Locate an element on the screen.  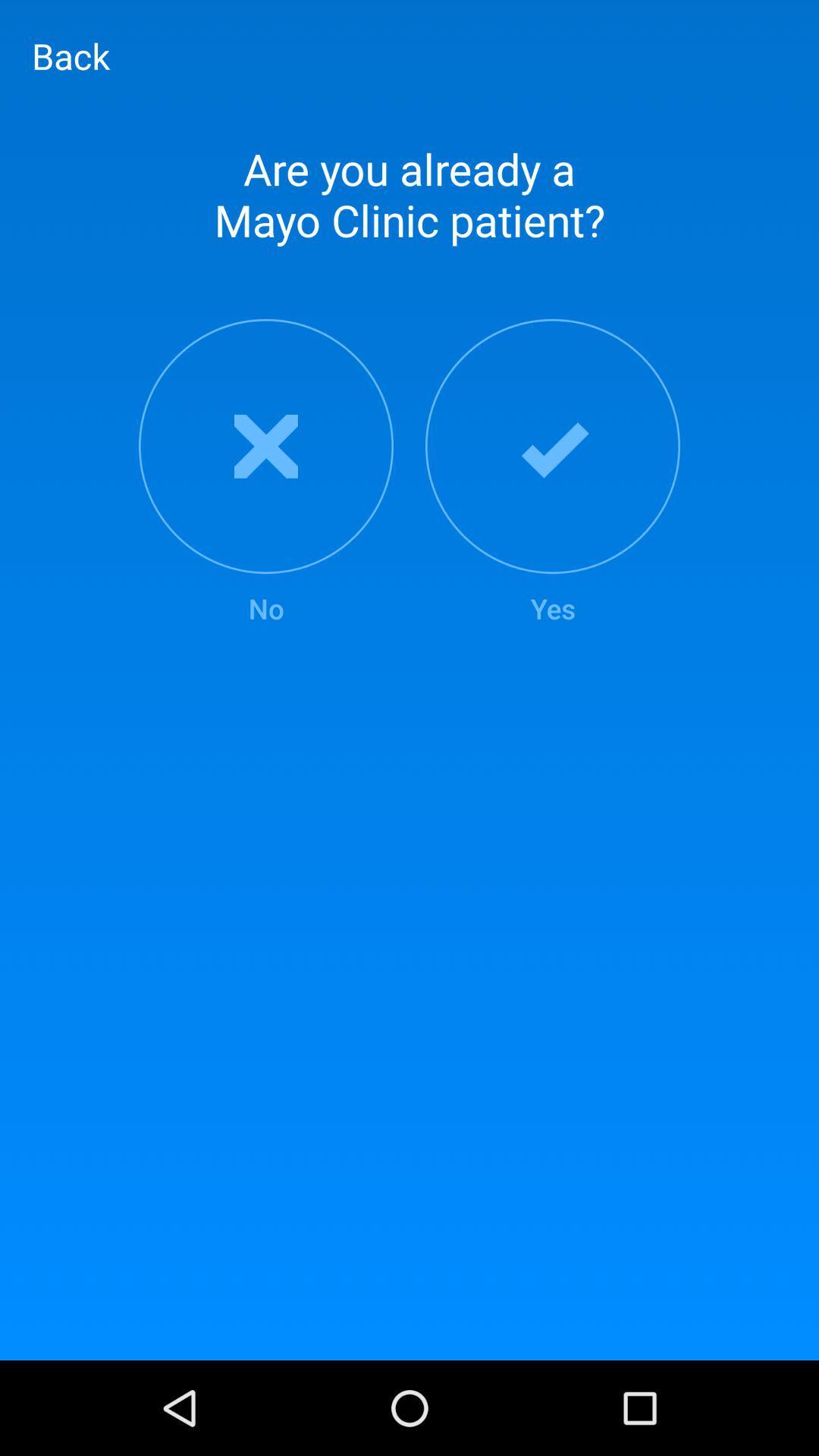
the icon to the right of the no item is located at coordinates (553, 472).